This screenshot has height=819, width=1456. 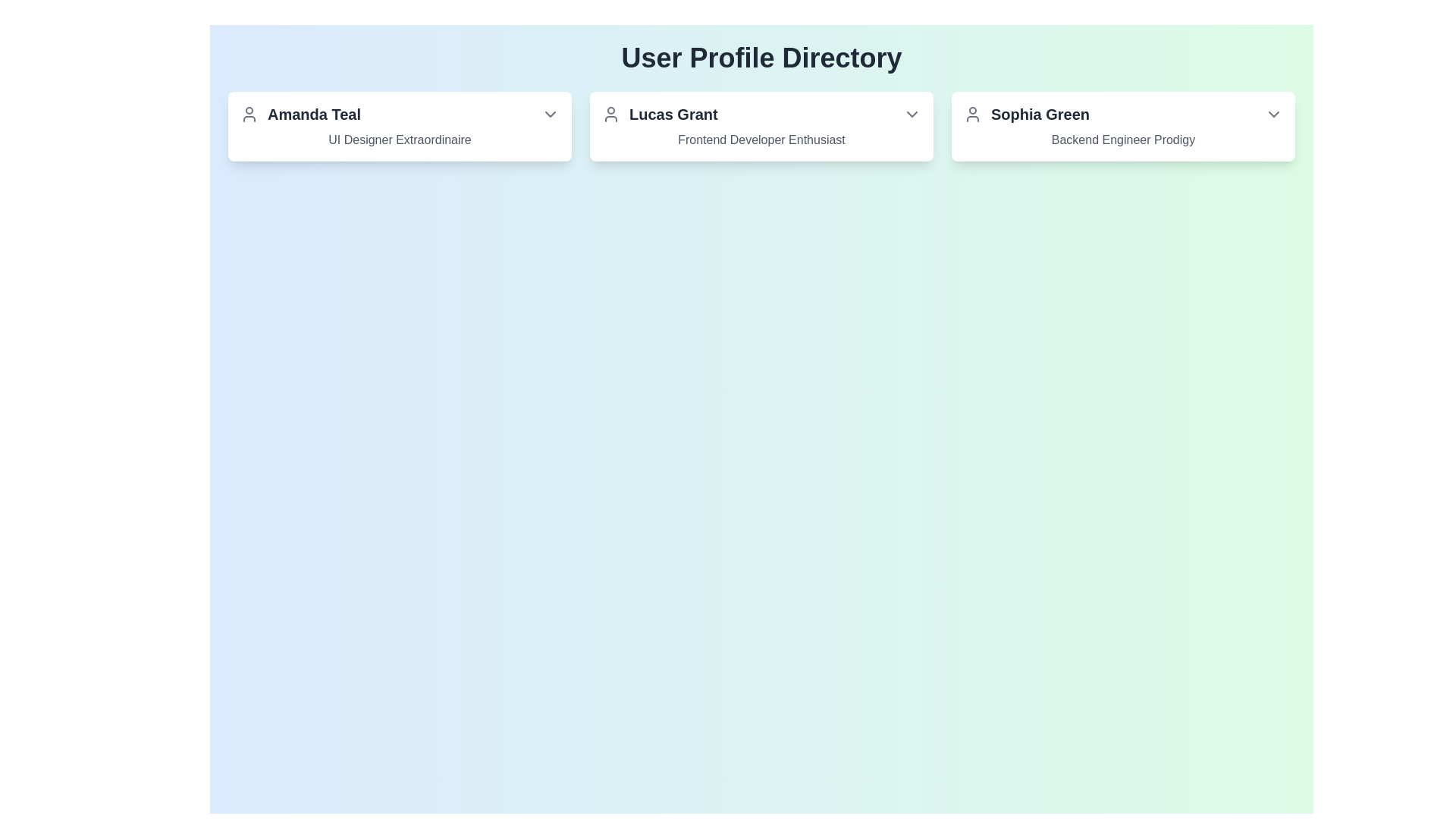 I want to click on text of the label 'Amanda Teal' which is styled in a larger bold font and located next to a user profile icon in the top-left corner of the user profile cards, so click(x=300, y=113).